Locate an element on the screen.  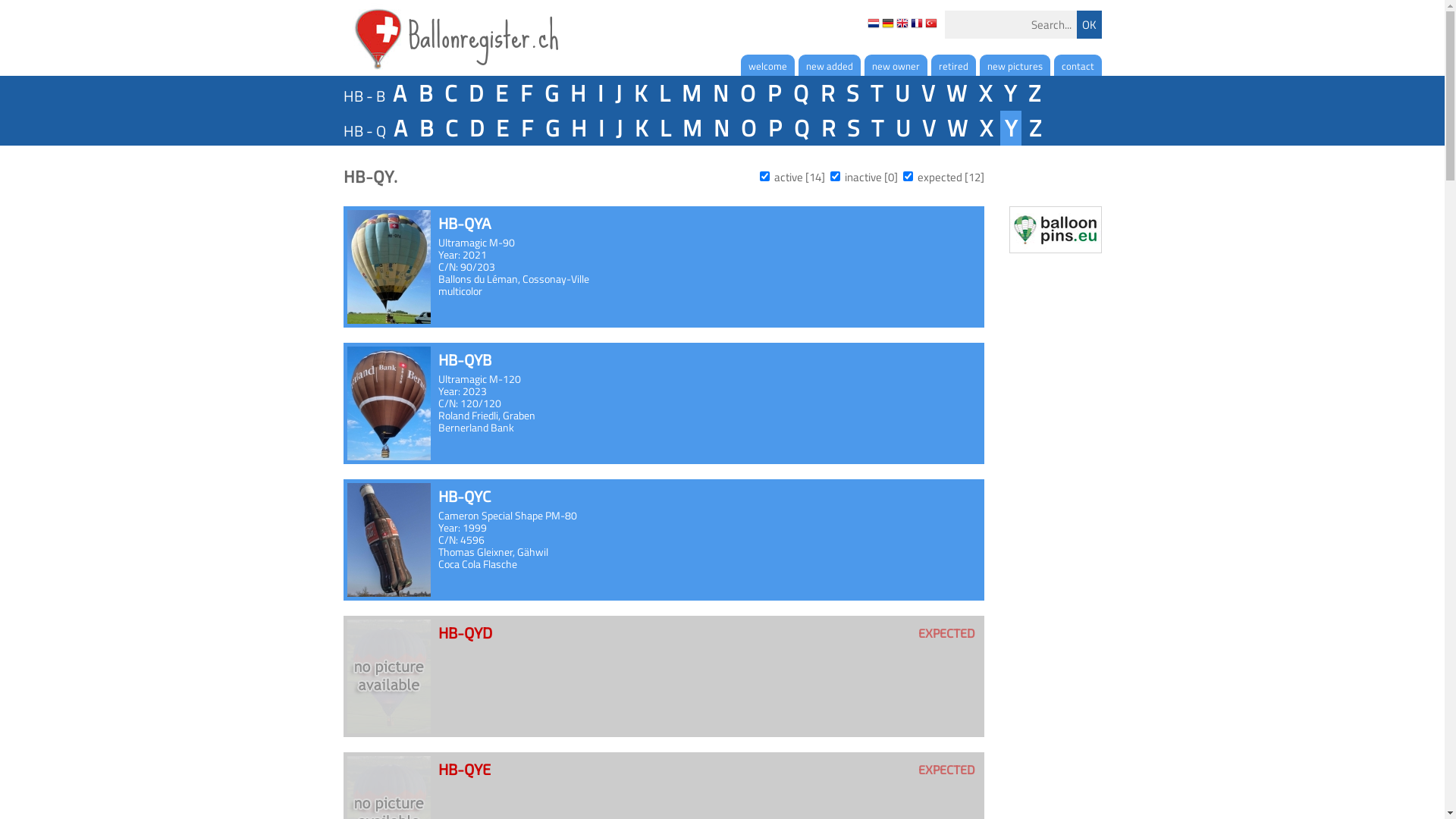
'G' is located at coordinates (539, 93).